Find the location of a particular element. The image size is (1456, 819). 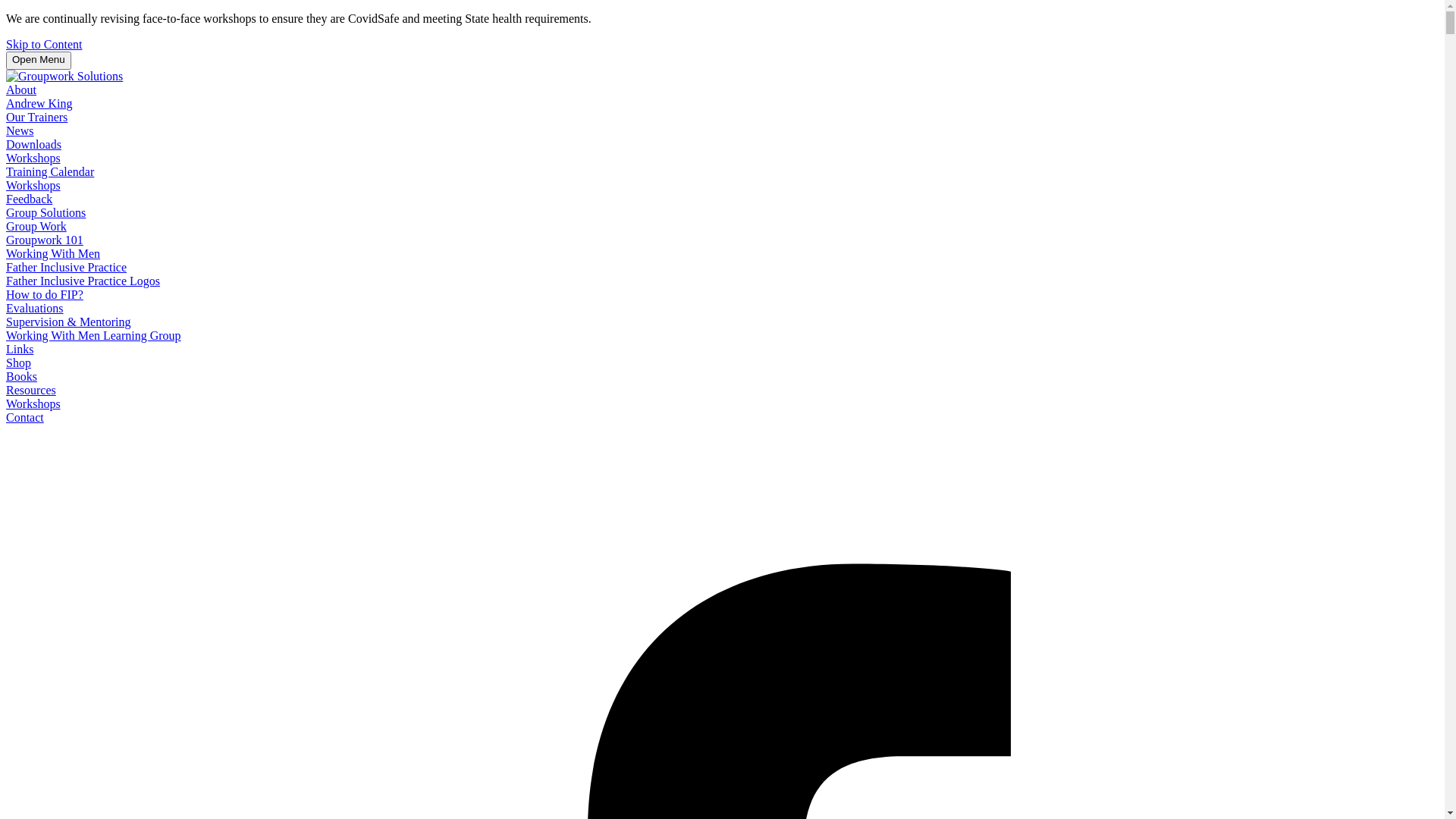

'Workshops' is located at coordinates (33, 158).